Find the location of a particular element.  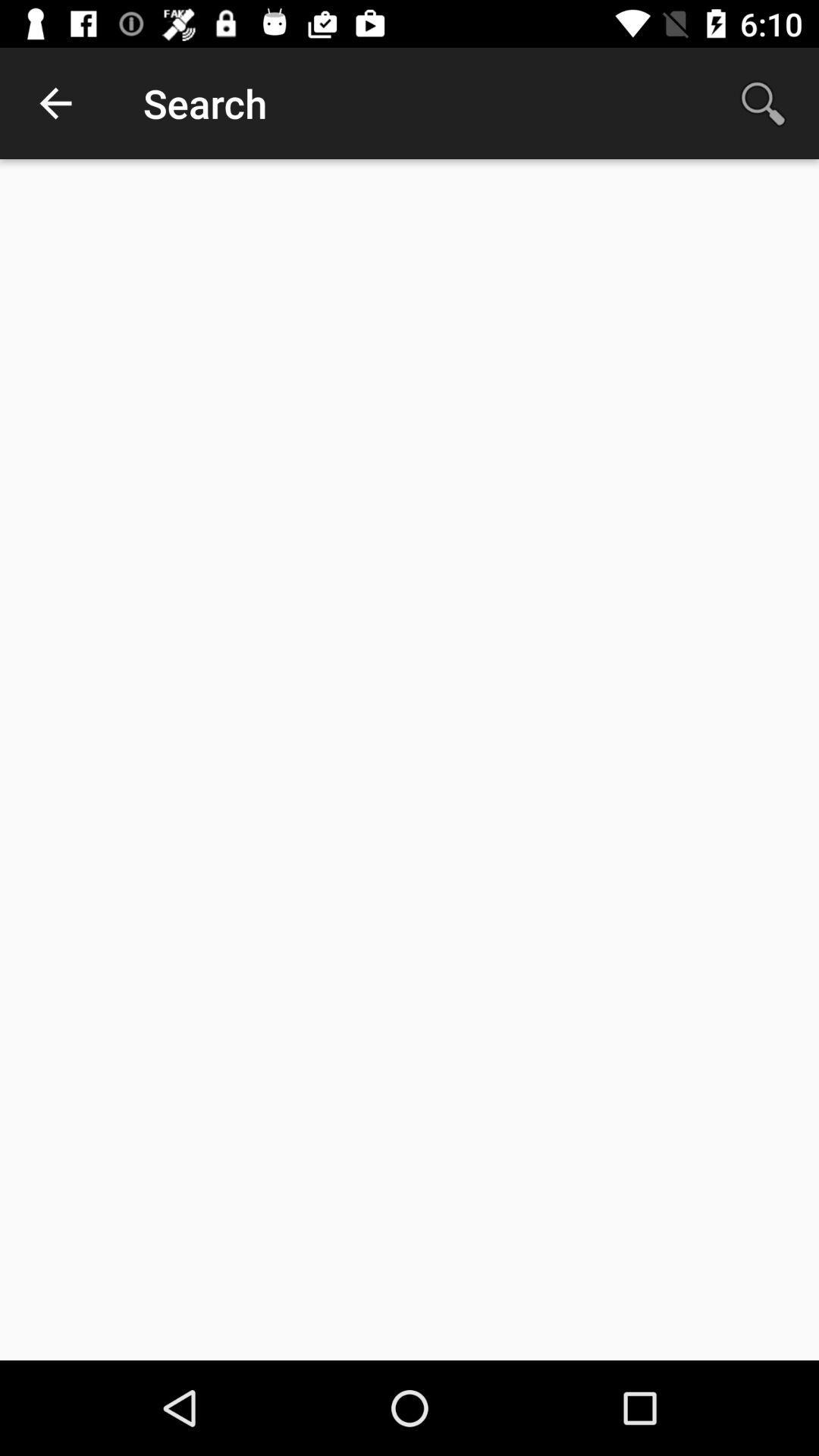

the item to the left of search item is located at coordinates (55, 102).